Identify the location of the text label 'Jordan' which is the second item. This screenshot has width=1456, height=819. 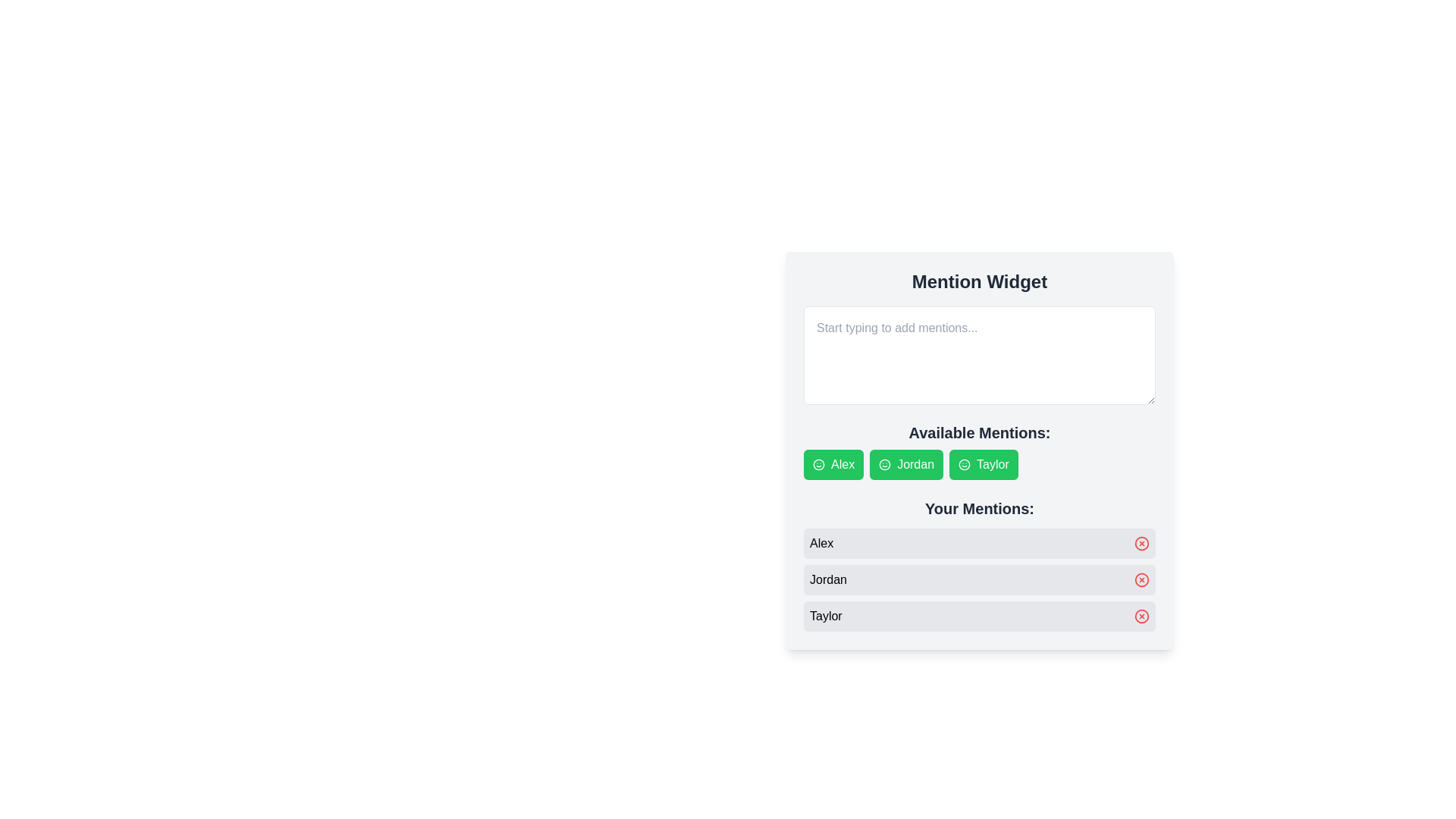
(827, 579).